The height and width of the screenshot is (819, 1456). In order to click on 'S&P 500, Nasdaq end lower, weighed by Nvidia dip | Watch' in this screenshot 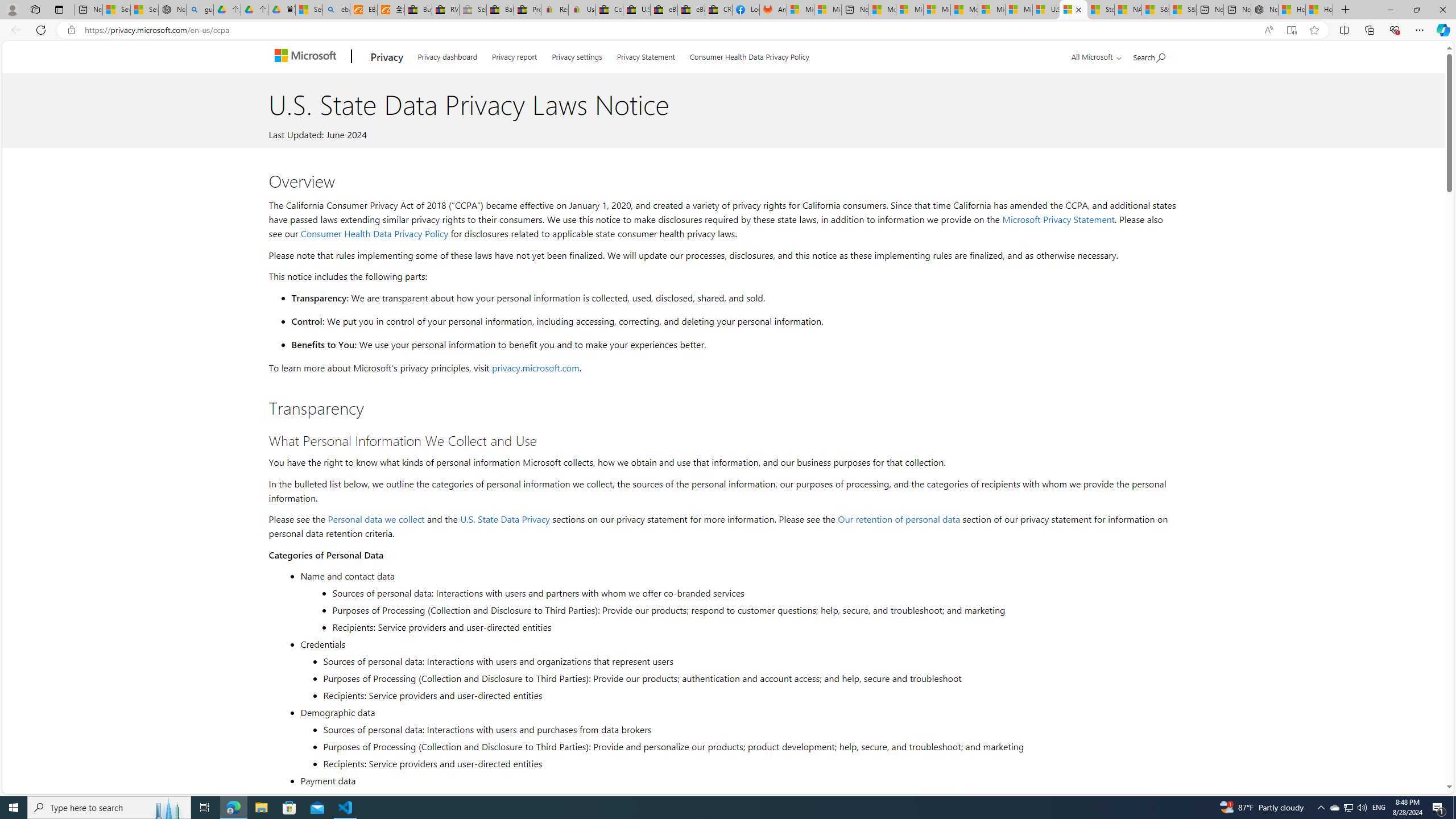, I will do `click(1182, 9)`.